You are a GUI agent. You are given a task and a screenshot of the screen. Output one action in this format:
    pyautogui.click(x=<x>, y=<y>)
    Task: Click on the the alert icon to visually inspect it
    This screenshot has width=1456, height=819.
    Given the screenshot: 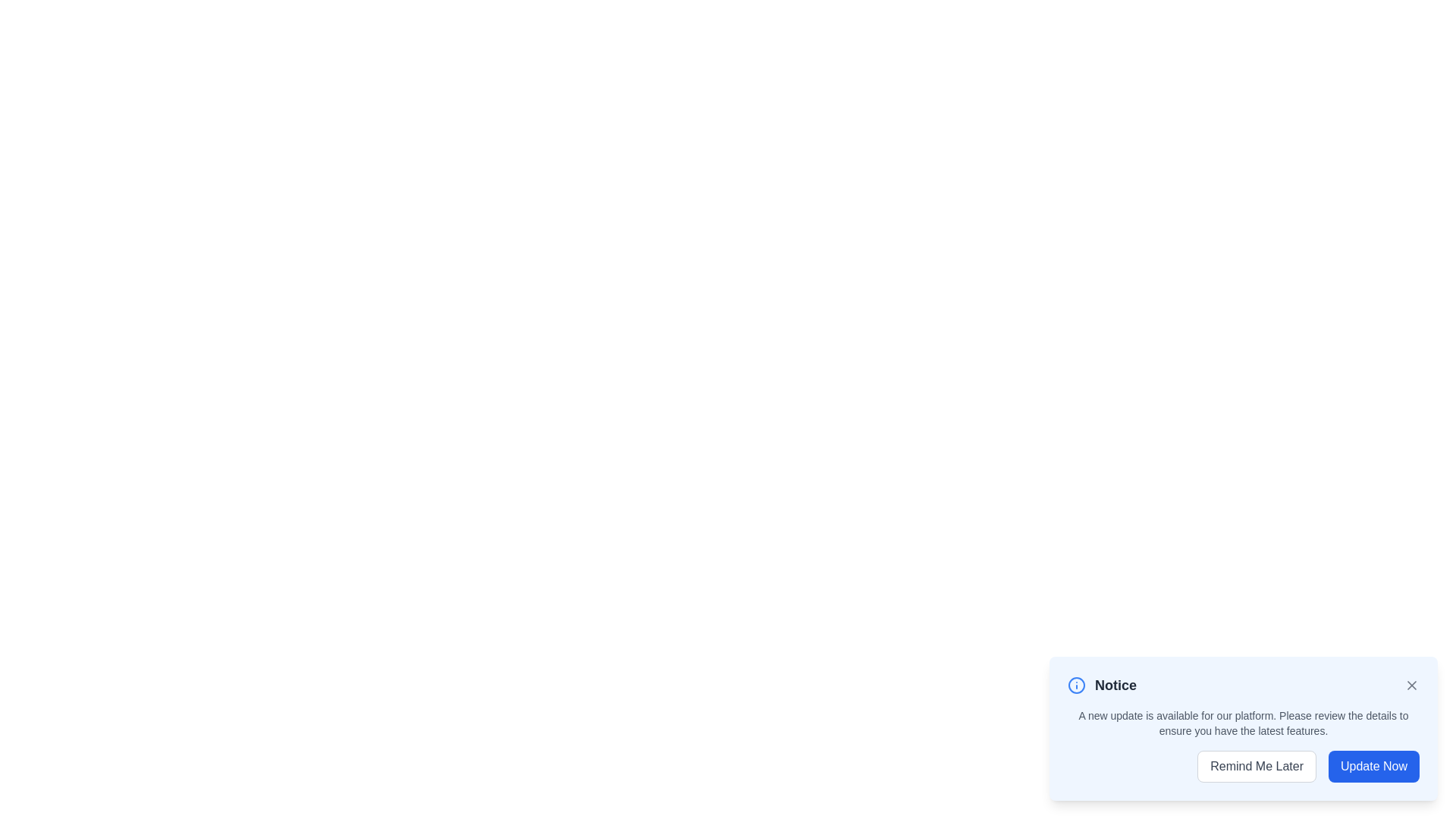 What is the action you would take?
    pyautogui.click(x=1076, y=685)
    